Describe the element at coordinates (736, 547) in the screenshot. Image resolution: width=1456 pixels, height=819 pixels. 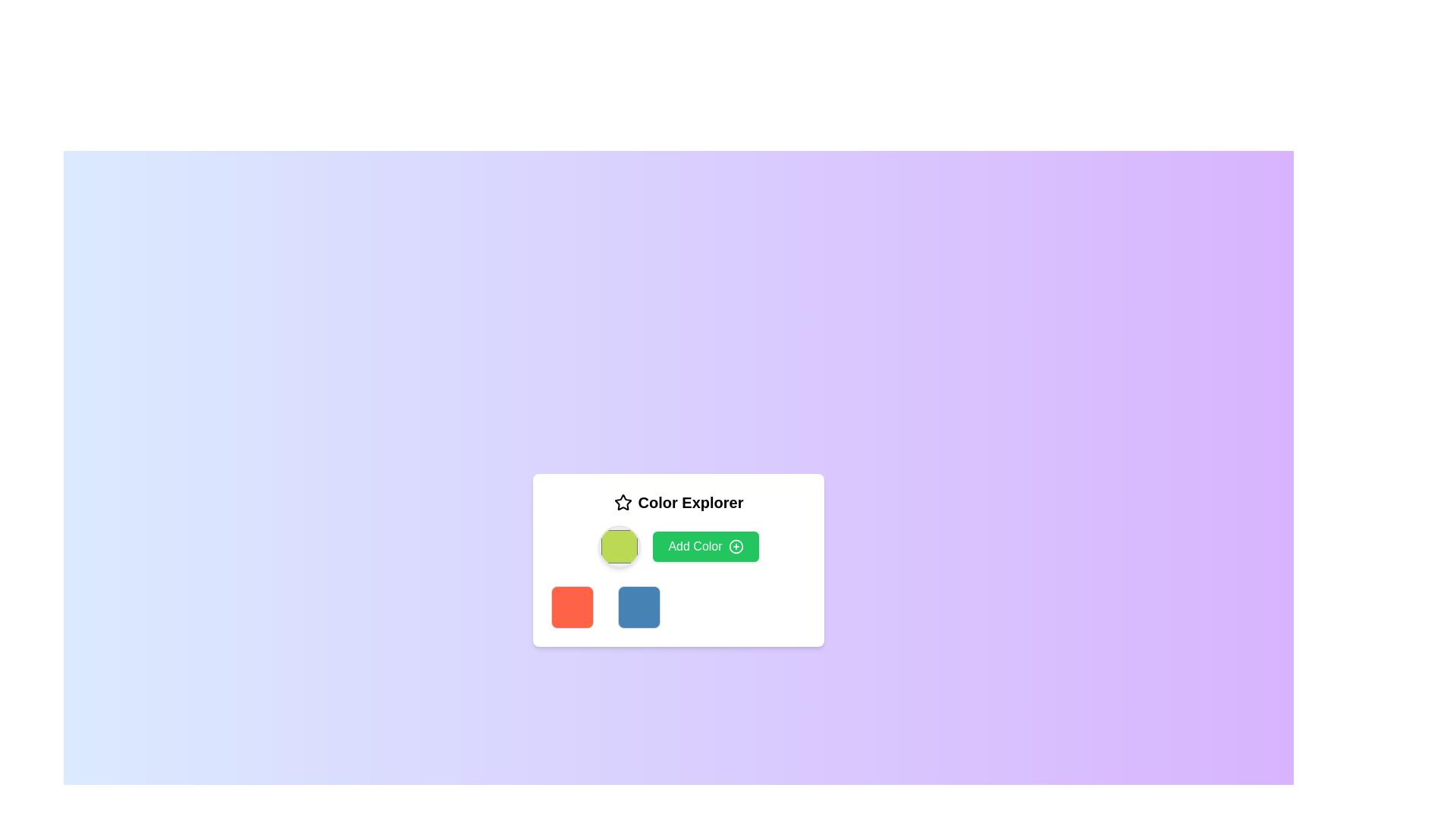
I see `the icon inside the 'Add Color' button, which is a green button located under the 'Color Explorer' heading` at that location.